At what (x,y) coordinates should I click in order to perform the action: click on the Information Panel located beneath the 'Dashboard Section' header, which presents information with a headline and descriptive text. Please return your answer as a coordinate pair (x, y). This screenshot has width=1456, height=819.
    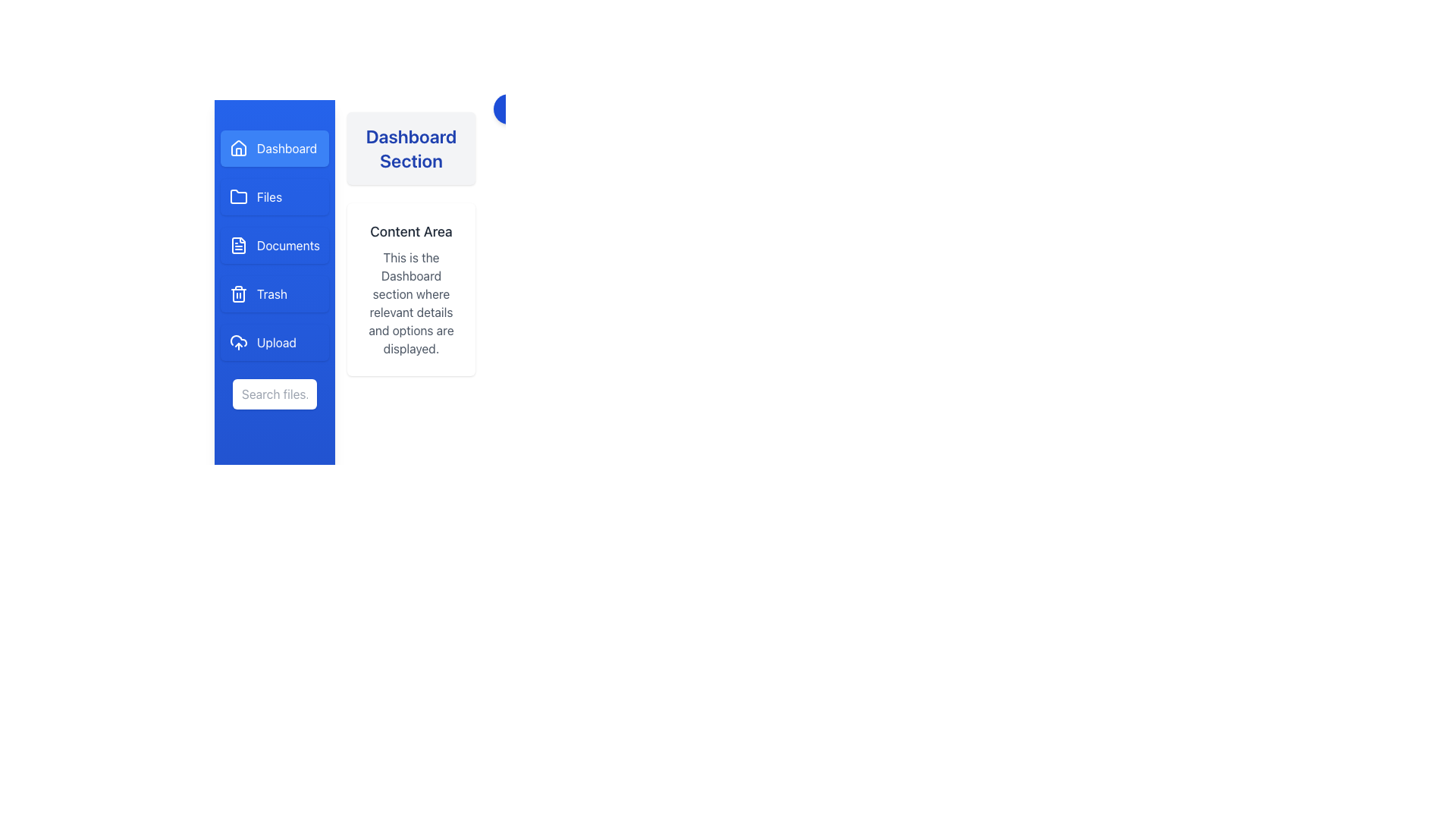
    Looking at the image, I should click on (411, 289).